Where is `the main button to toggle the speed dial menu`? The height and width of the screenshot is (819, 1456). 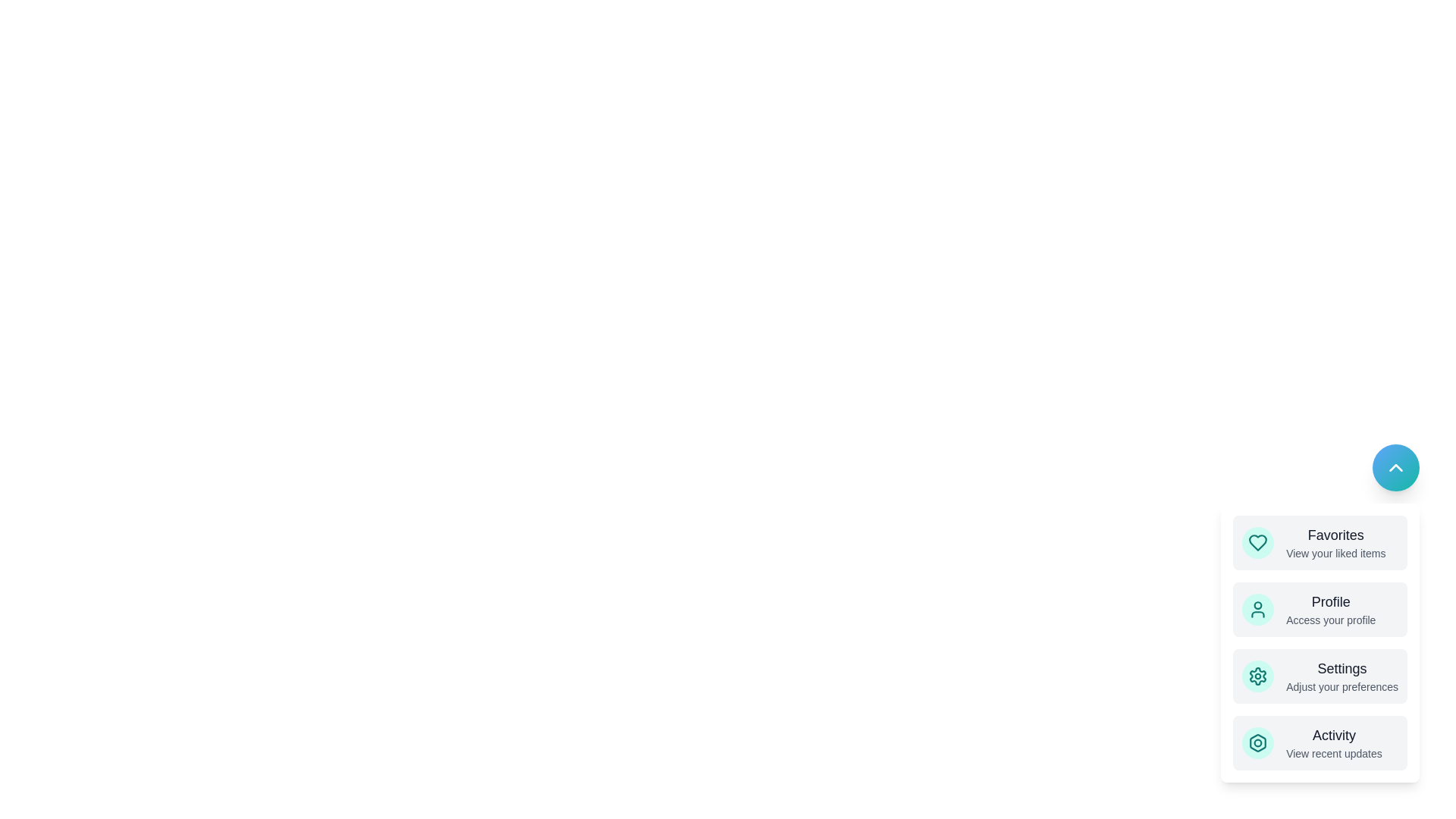
the main button to toggle the speed dial menu is located at coordinates (1395, 467).